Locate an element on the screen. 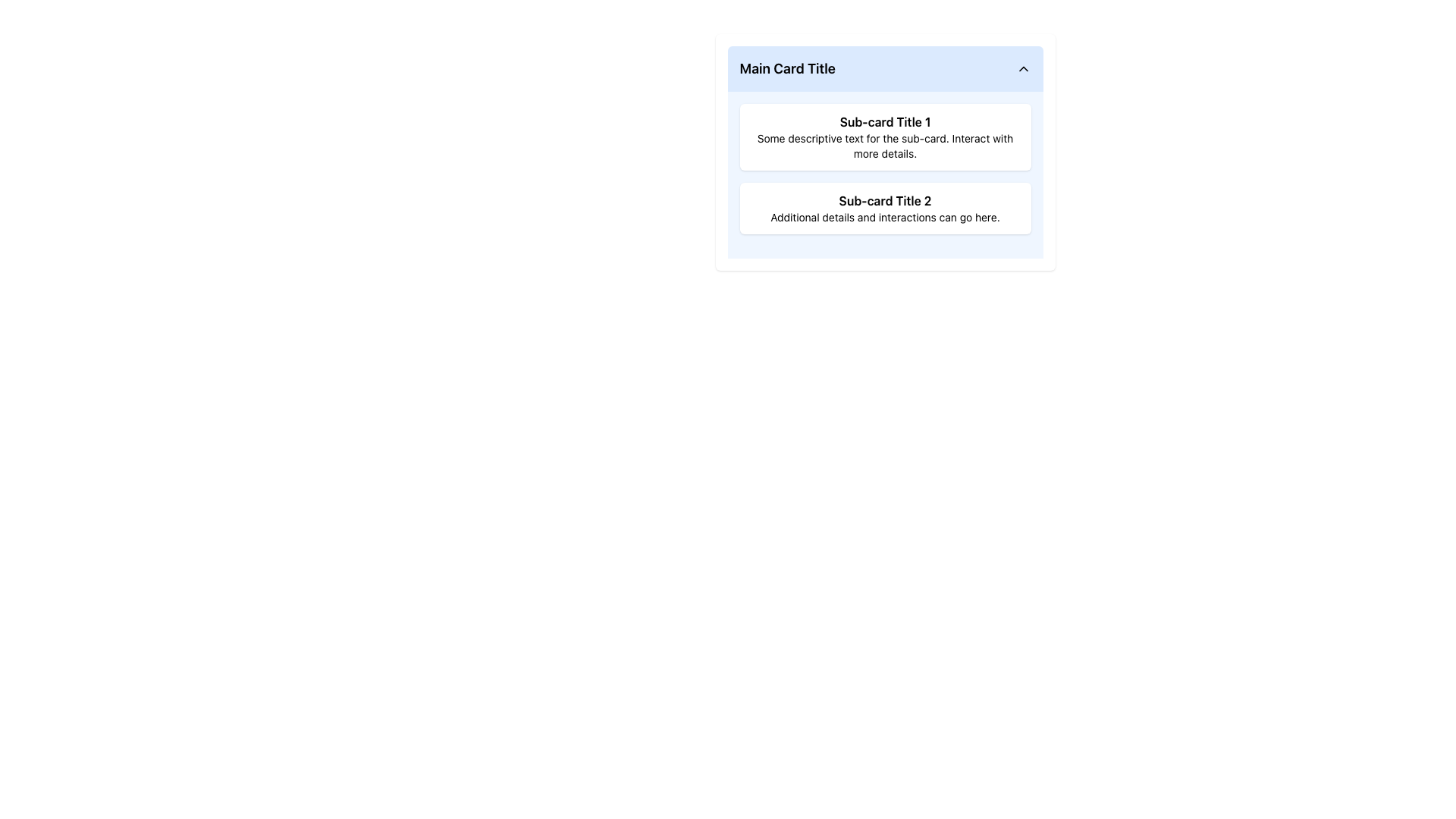 The image size is (1456, 819). the static text content located immediately below 'Sub-card Title 1' in the first sub-card of the 'Main Card Title' is located at coordinates (885, 146).